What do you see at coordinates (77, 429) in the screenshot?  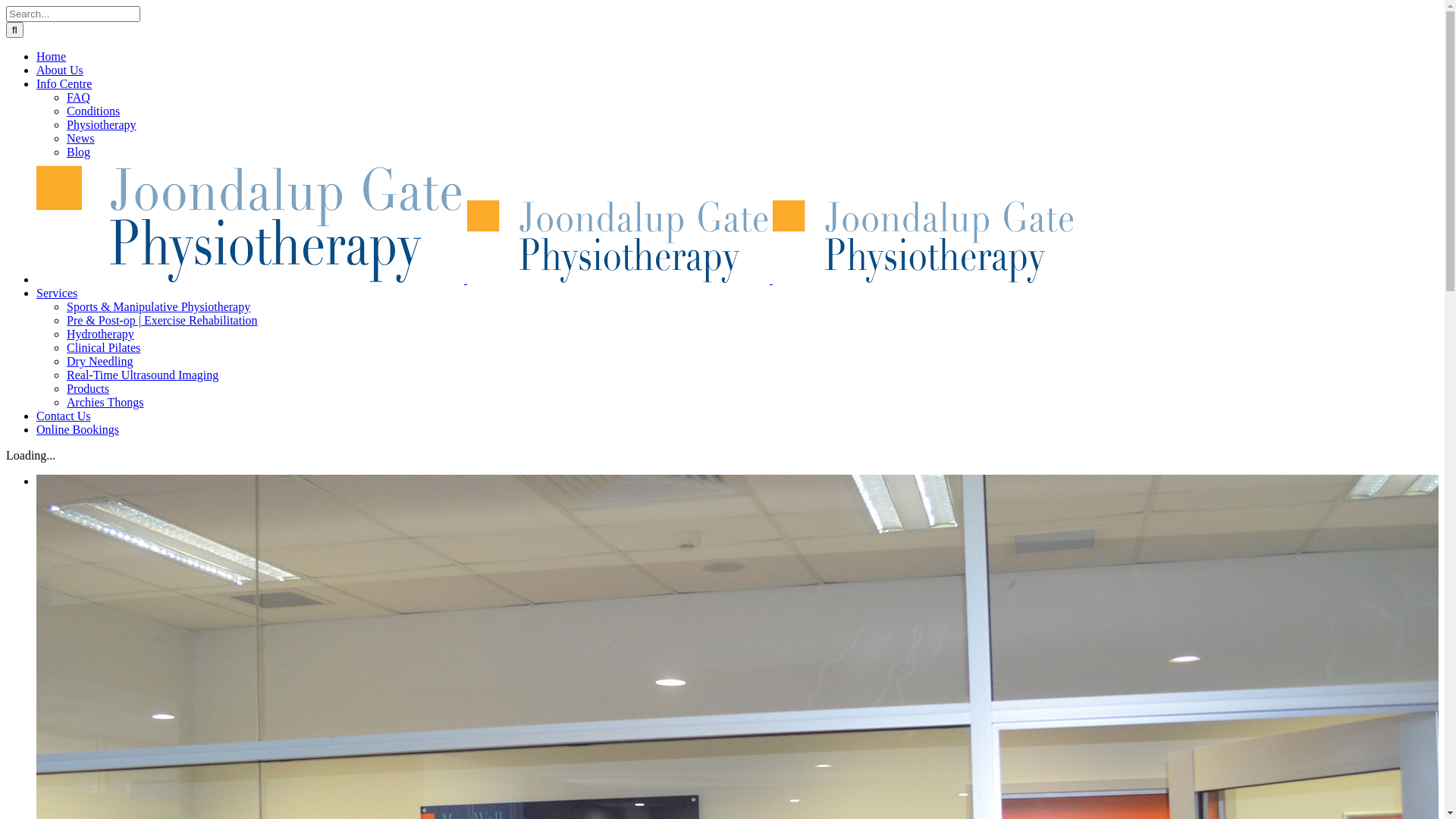 I see `'Online Bookings'` at bounding box center [77, 429].